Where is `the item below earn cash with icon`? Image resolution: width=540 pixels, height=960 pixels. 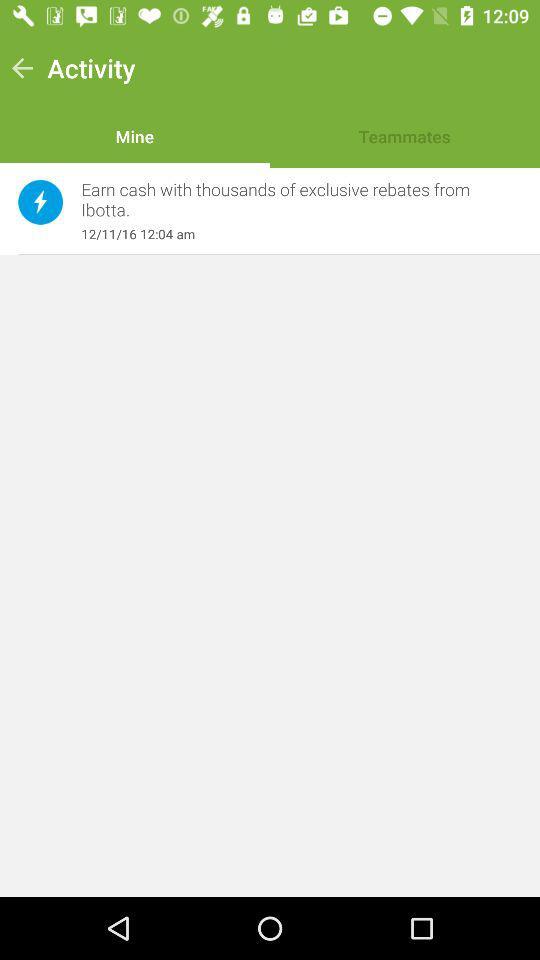 the item below earn cash with icon is located at coordinates (290, 234).